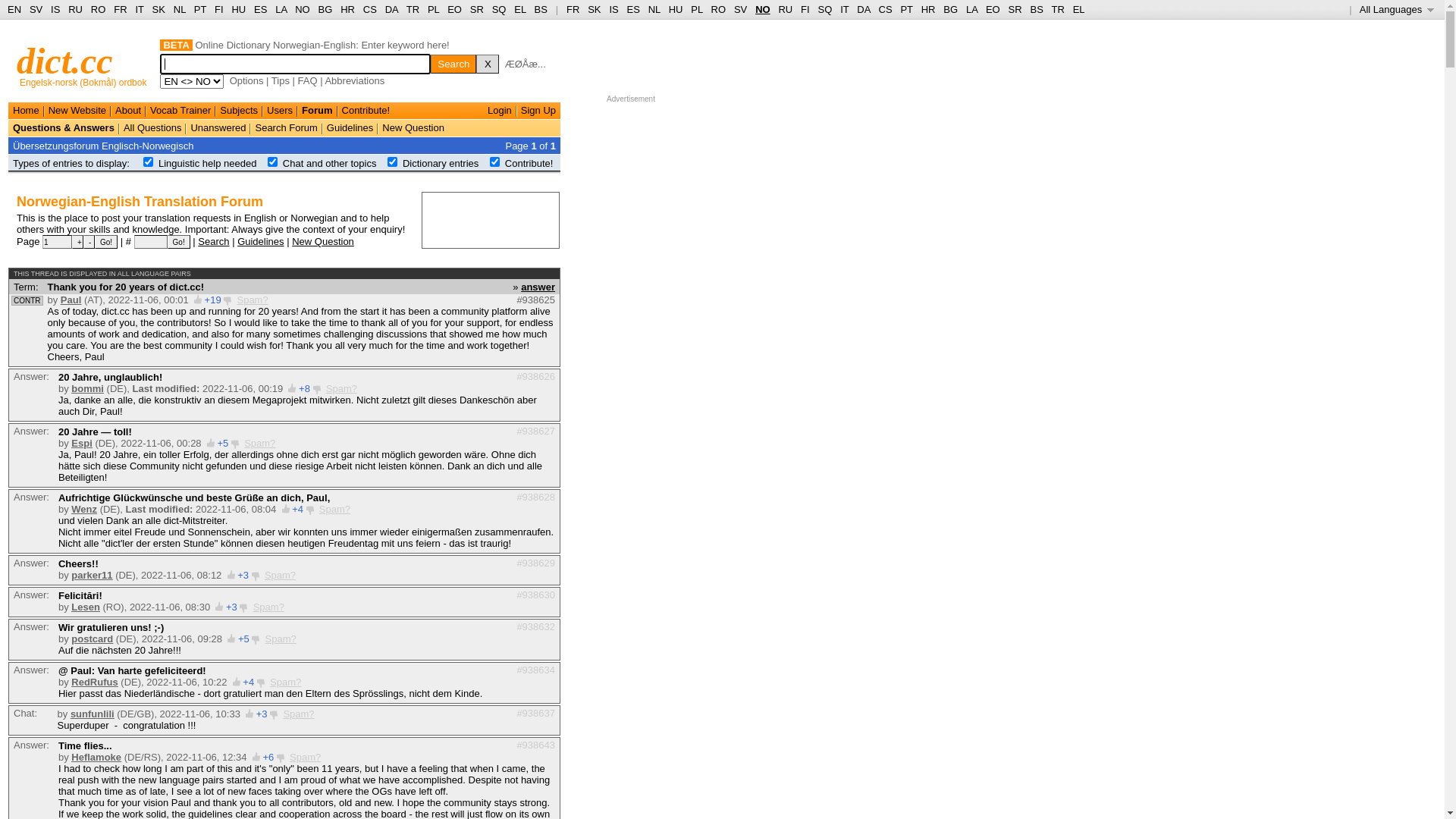 The width and height of the screenshot is (1456, 819). I want to click on 'Chat and other topics', so click(329, 163).